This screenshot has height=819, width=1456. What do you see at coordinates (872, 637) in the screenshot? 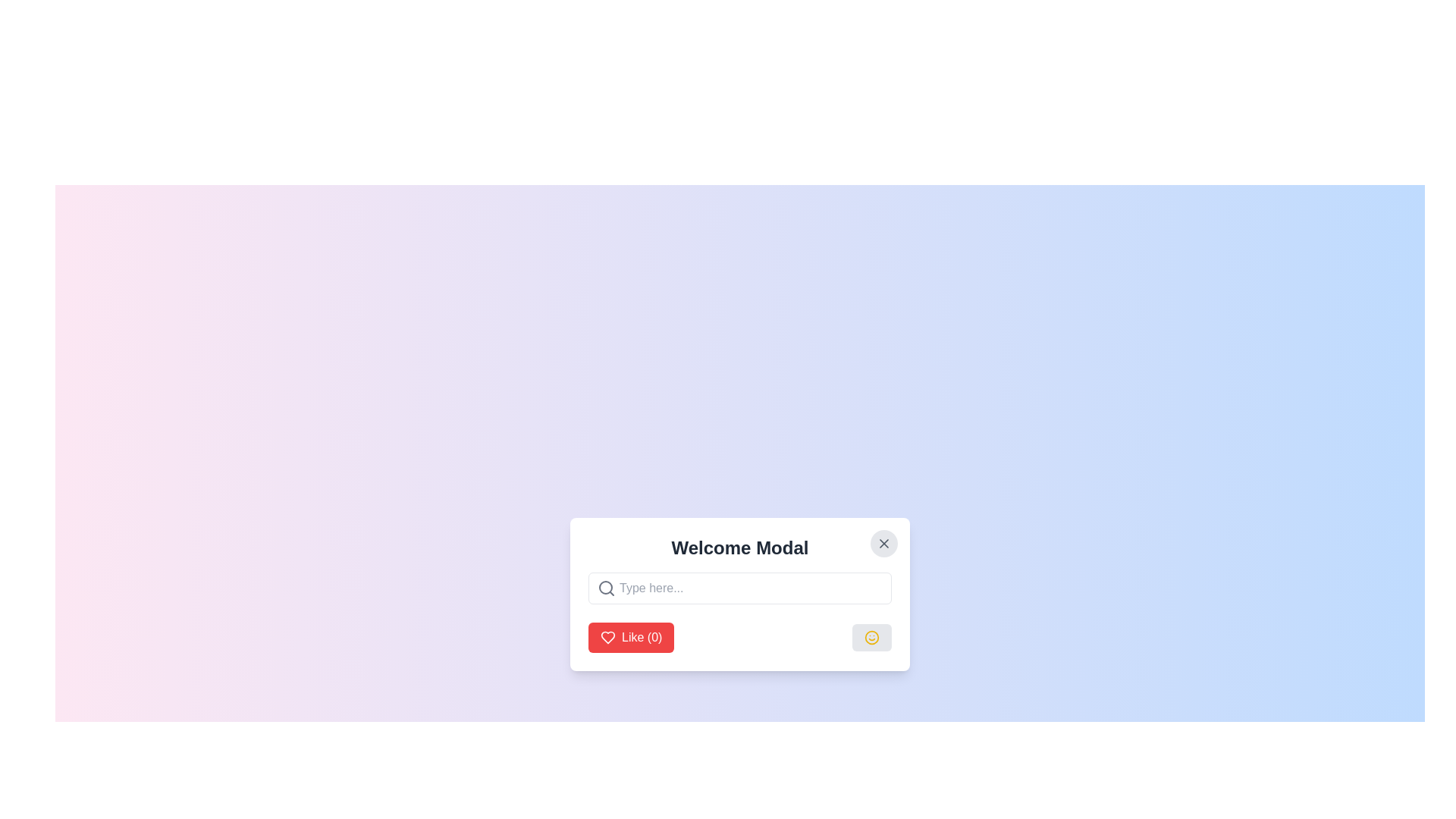
I see `the icon located in the bottom-right corner of the modal, adjacent to the 'Like(0)' button` at bounding box center [872, 637].